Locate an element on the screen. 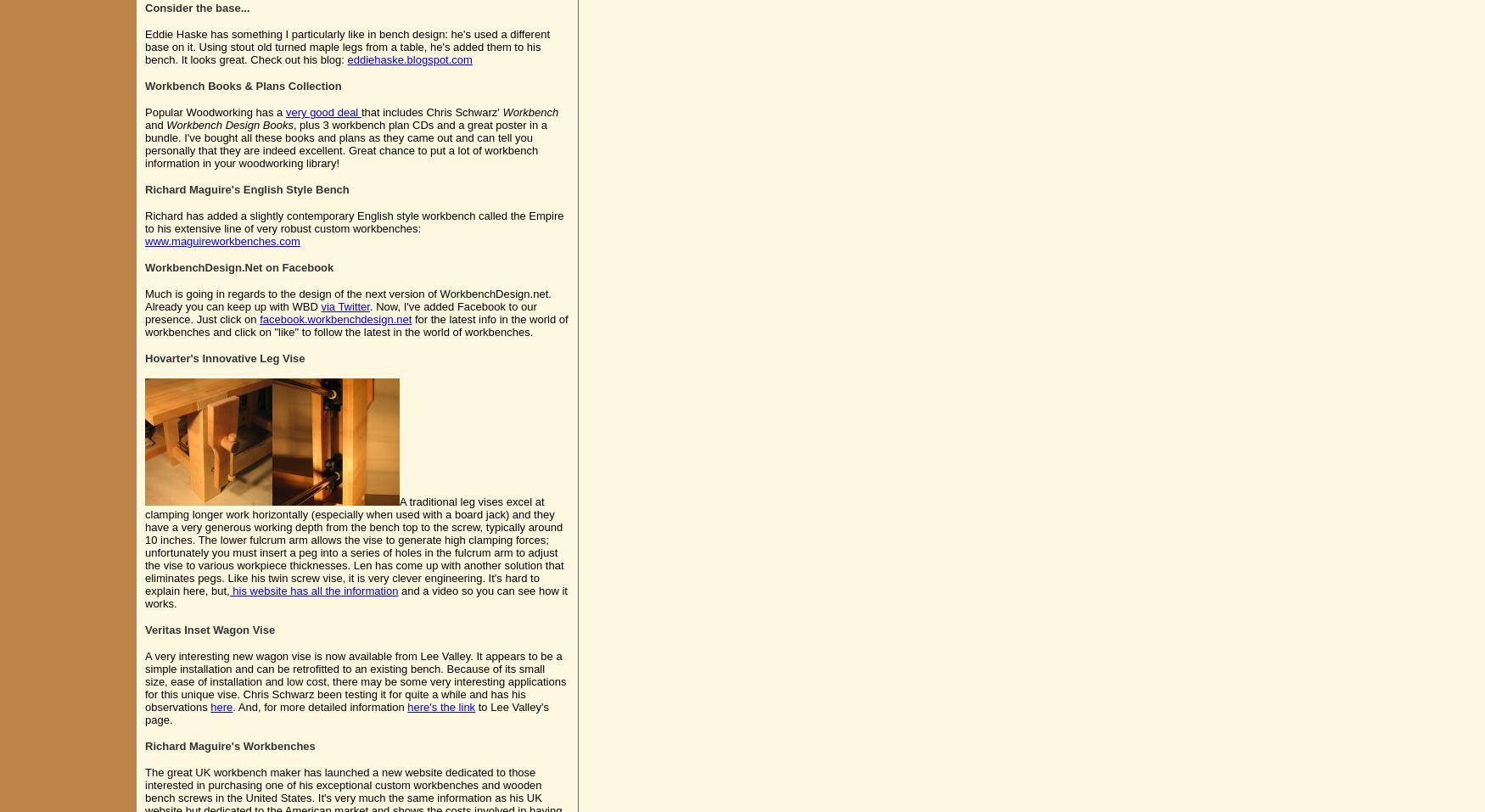 This screenshot has height=812, width=1485. 'Veritas Inset Wagon Vise' is located at coordinates (210, 630).